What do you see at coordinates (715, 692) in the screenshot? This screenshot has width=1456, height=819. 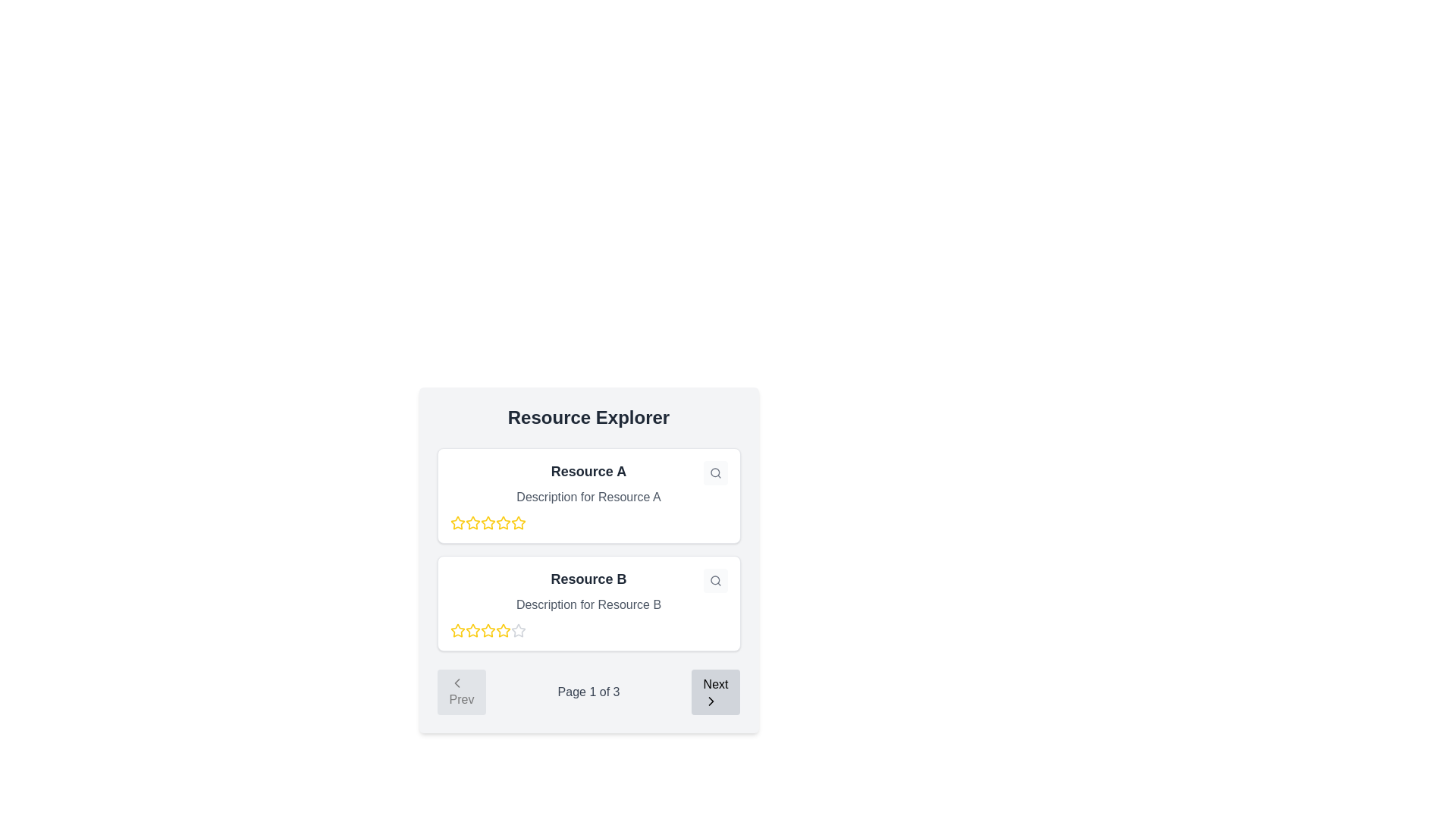 I see `the 'Next' button, which is a rectangular button with a gray background and a chevron icon, to observe visual feedback` at bounding box center [715, 692].